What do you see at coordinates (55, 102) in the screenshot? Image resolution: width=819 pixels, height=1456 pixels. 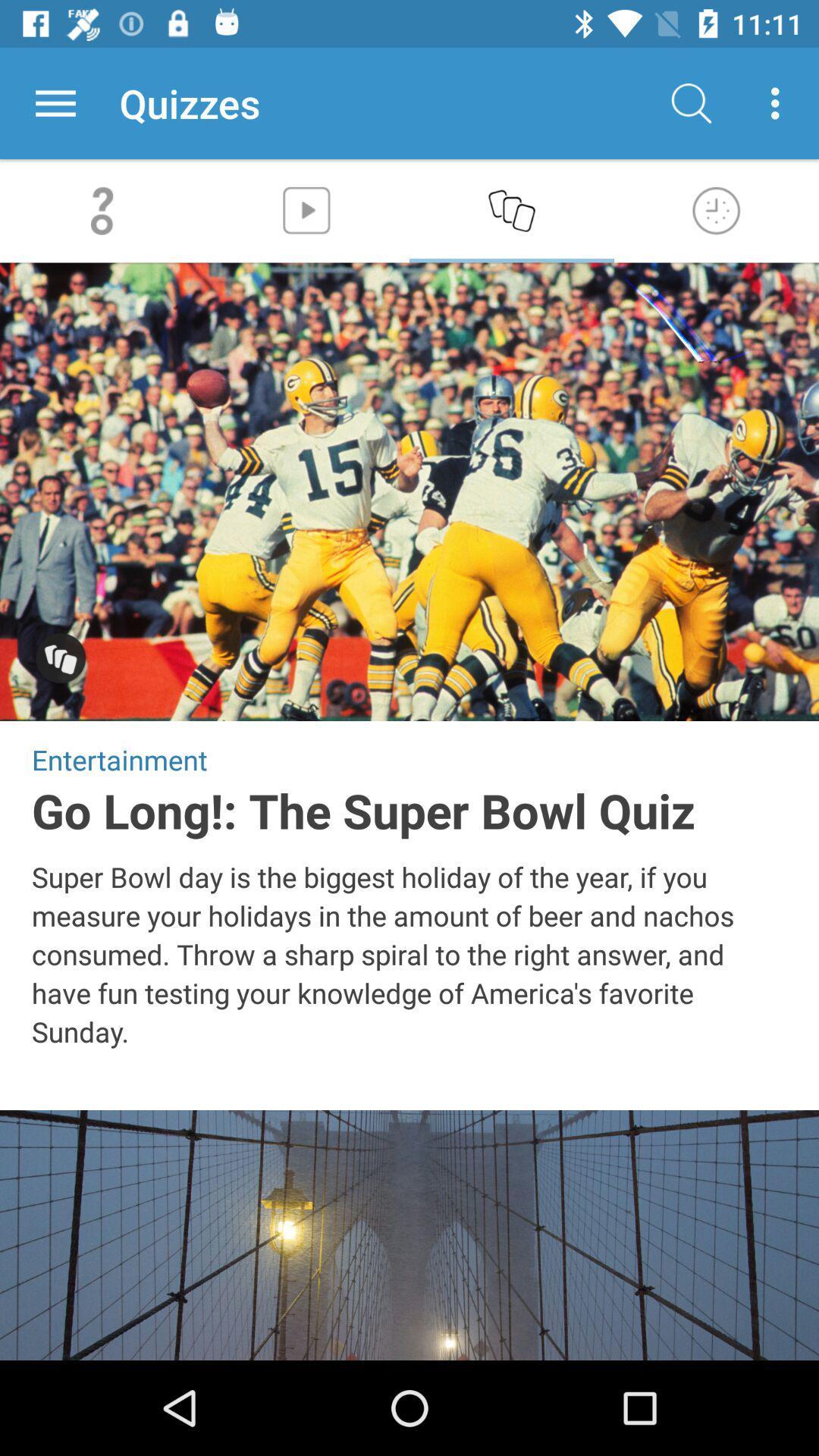 I see `icon to the left of the quizzes app` at bounding box center [55, 102].